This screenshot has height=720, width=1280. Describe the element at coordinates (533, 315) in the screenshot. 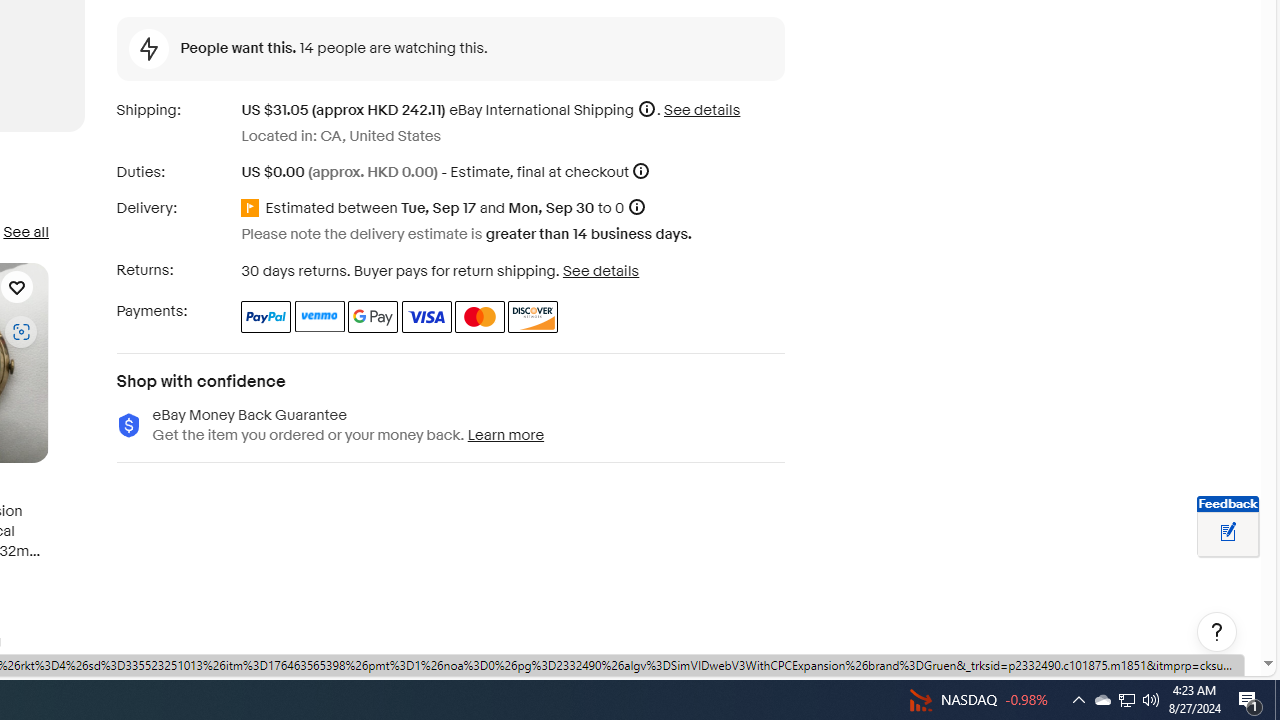

I see `'Discover'` at that location.